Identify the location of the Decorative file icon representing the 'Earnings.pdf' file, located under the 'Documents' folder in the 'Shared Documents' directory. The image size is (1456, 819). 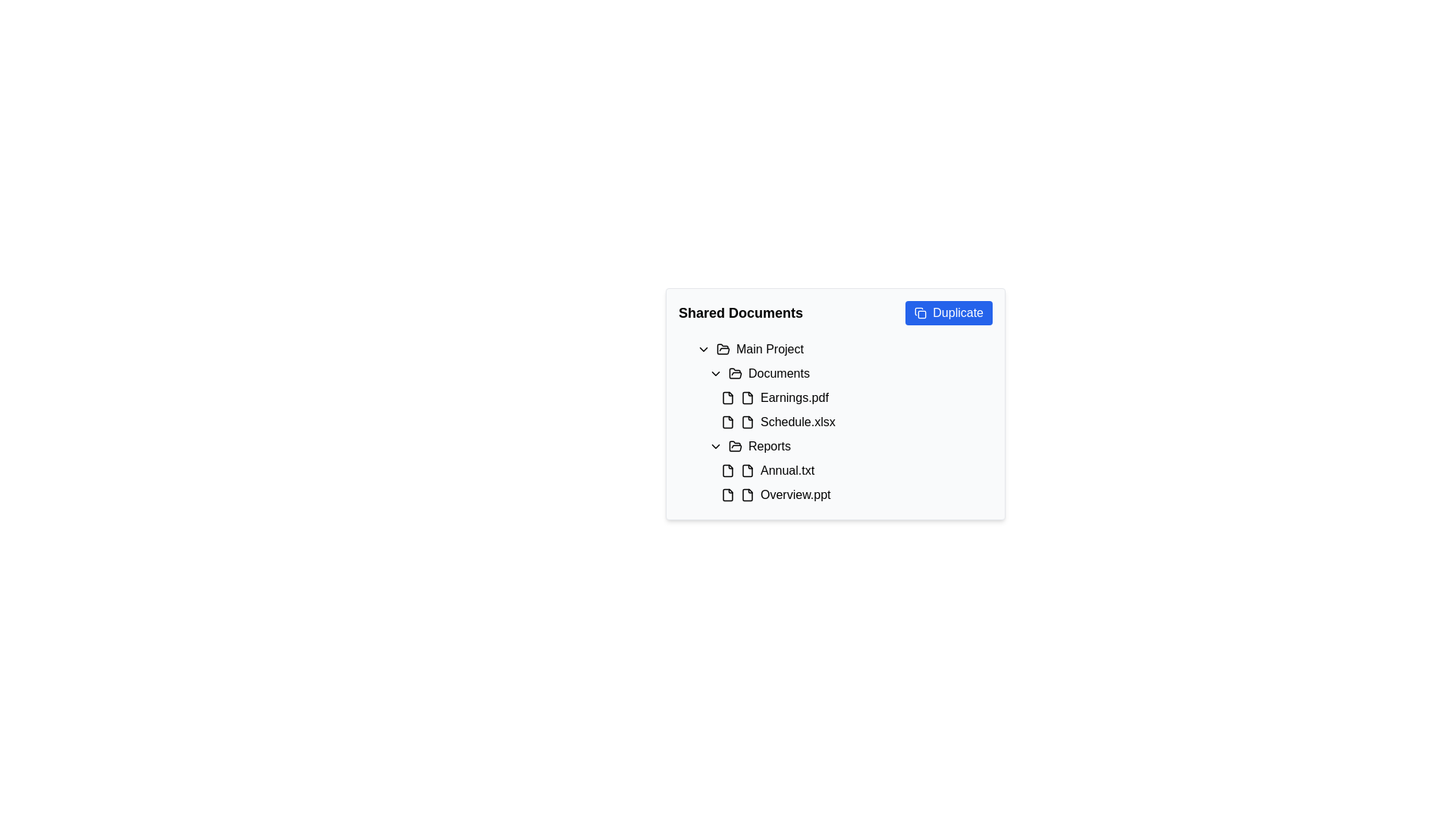
(728, 397).